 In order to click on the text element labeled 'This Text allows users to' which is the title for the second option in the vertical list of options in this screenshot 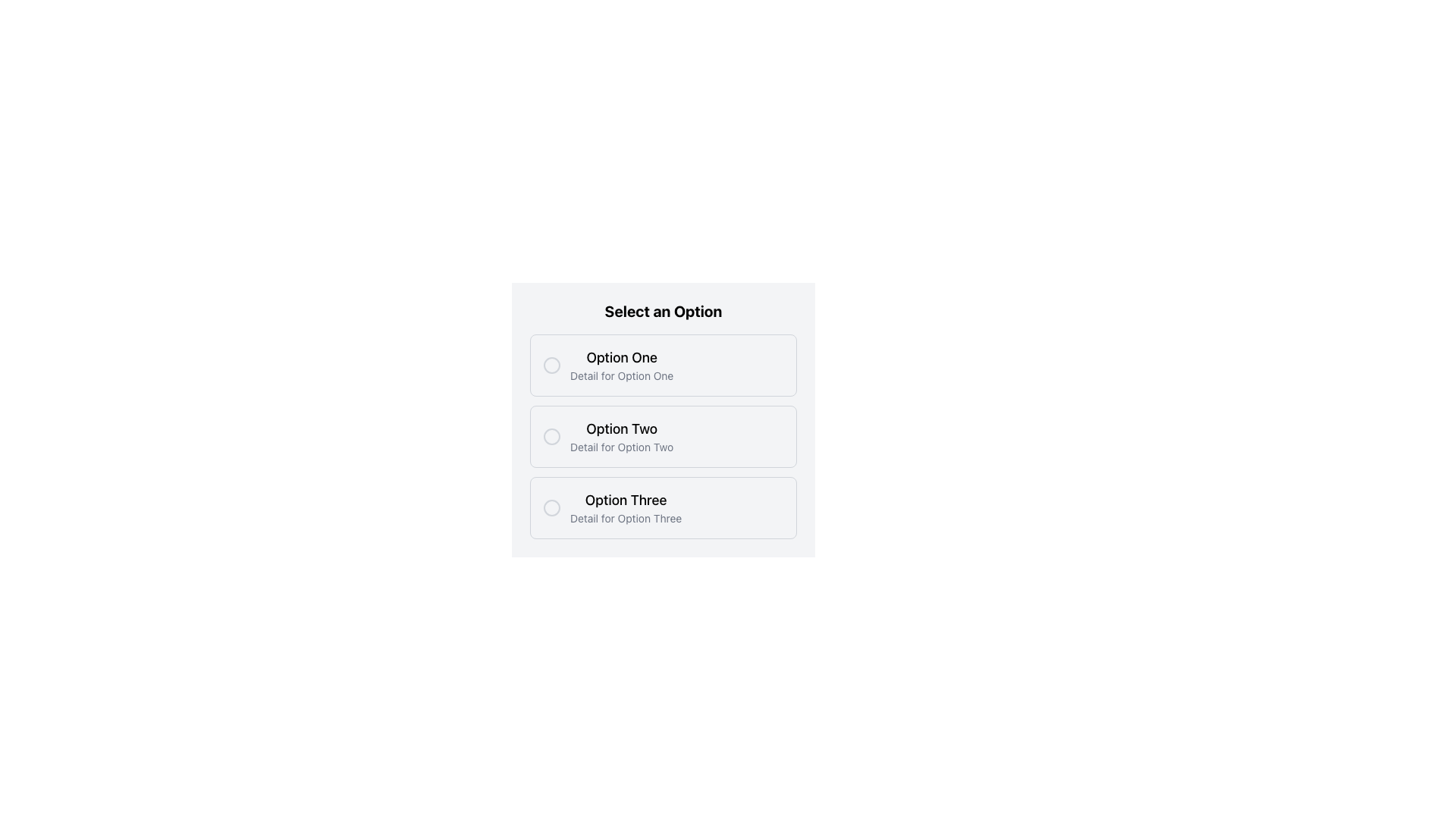, I will do `click(622, 429)`.